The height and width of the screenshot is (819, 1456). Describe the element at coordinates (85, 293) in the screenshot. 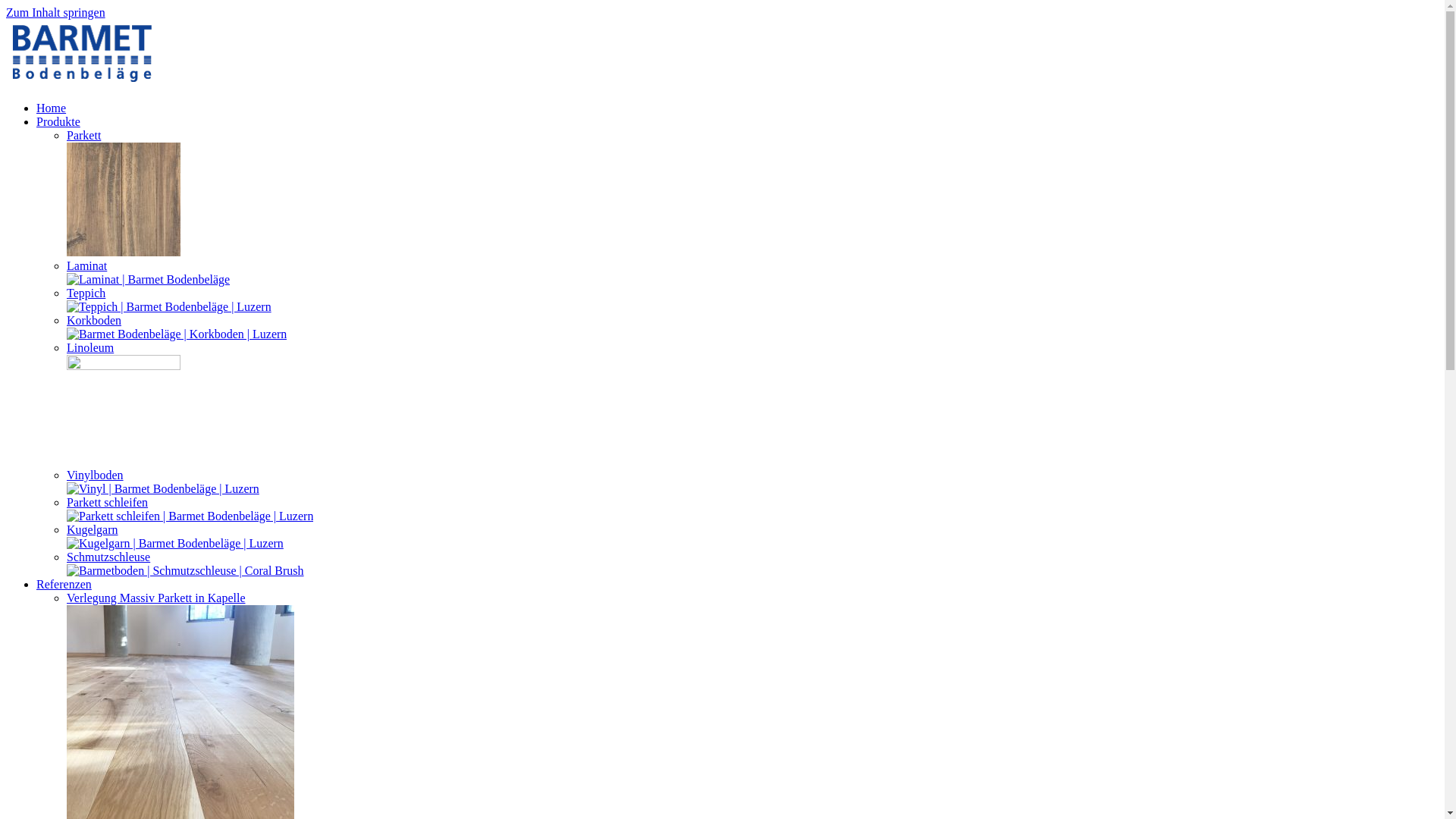

I see `'Teppich'` at that location.